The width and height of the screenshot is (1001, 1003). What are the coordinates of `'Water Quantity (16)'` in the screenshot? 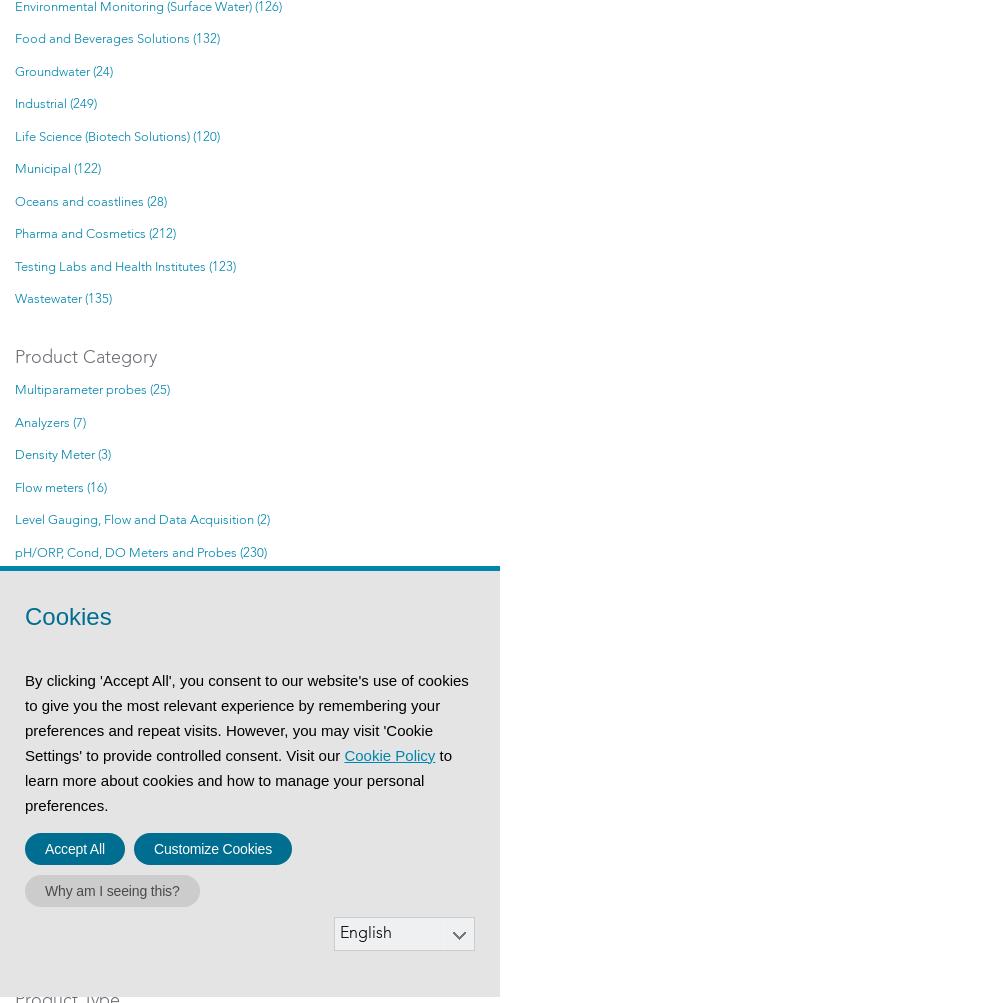 It's located at (69, 941).